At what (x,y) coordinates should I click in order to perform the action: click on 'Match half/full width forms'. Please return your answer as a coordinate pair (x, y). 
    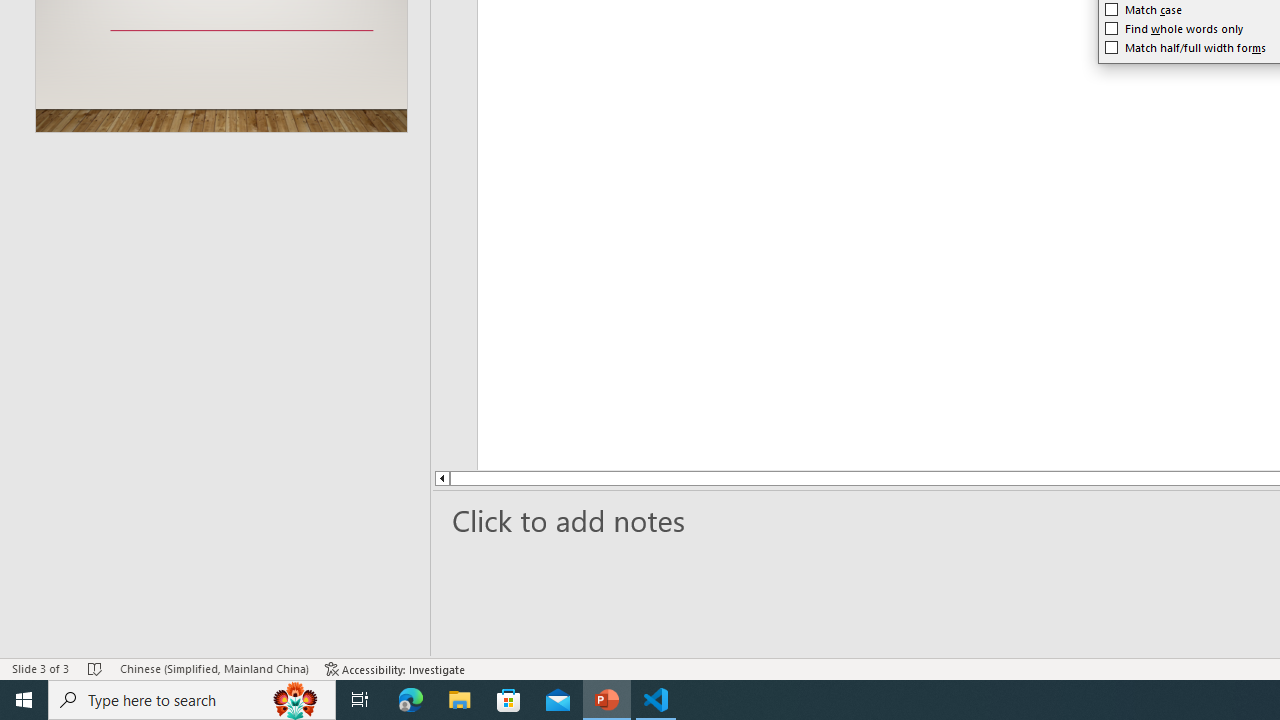
    Looking at the image, I should click on (1186, 47).